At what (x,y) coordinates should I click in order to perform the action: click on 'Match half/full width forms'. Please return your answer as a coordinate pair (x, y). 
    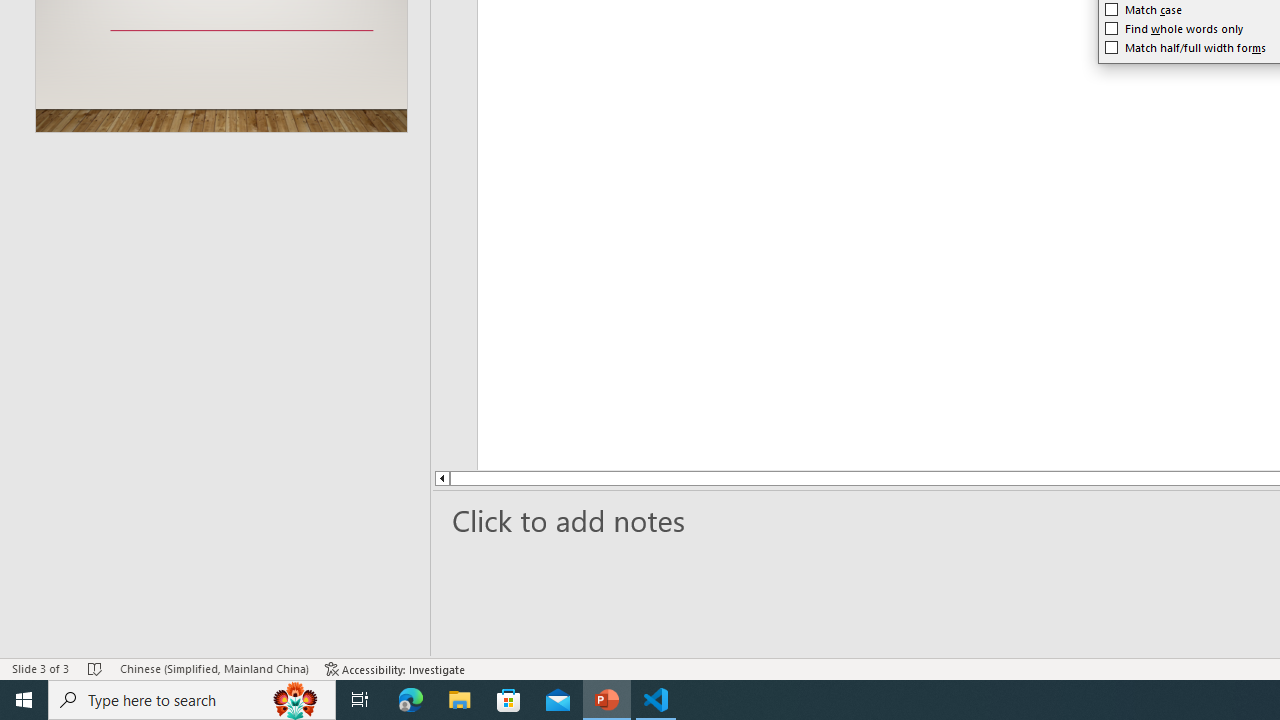
    Looking at the image, I should click on (1186, 47).